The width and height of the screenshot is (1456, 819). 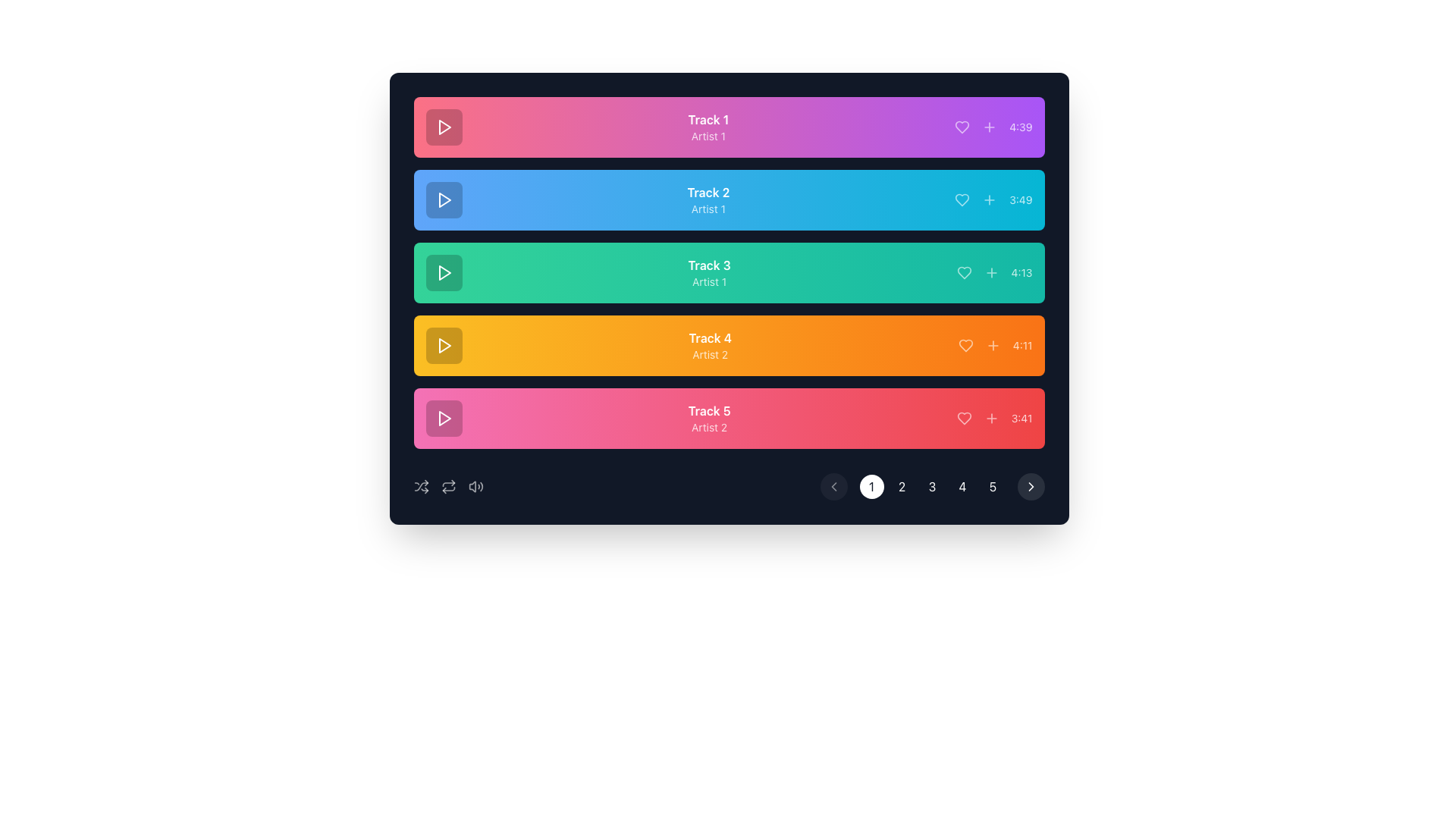 What do you see at coordinates (1021, 271) in the screenshot?
I see `static label displaying '4:13' located on the far-right side of the third row, styled with a small font size and slightly translucent white color against a green background` at bounding box center [1021, 271].